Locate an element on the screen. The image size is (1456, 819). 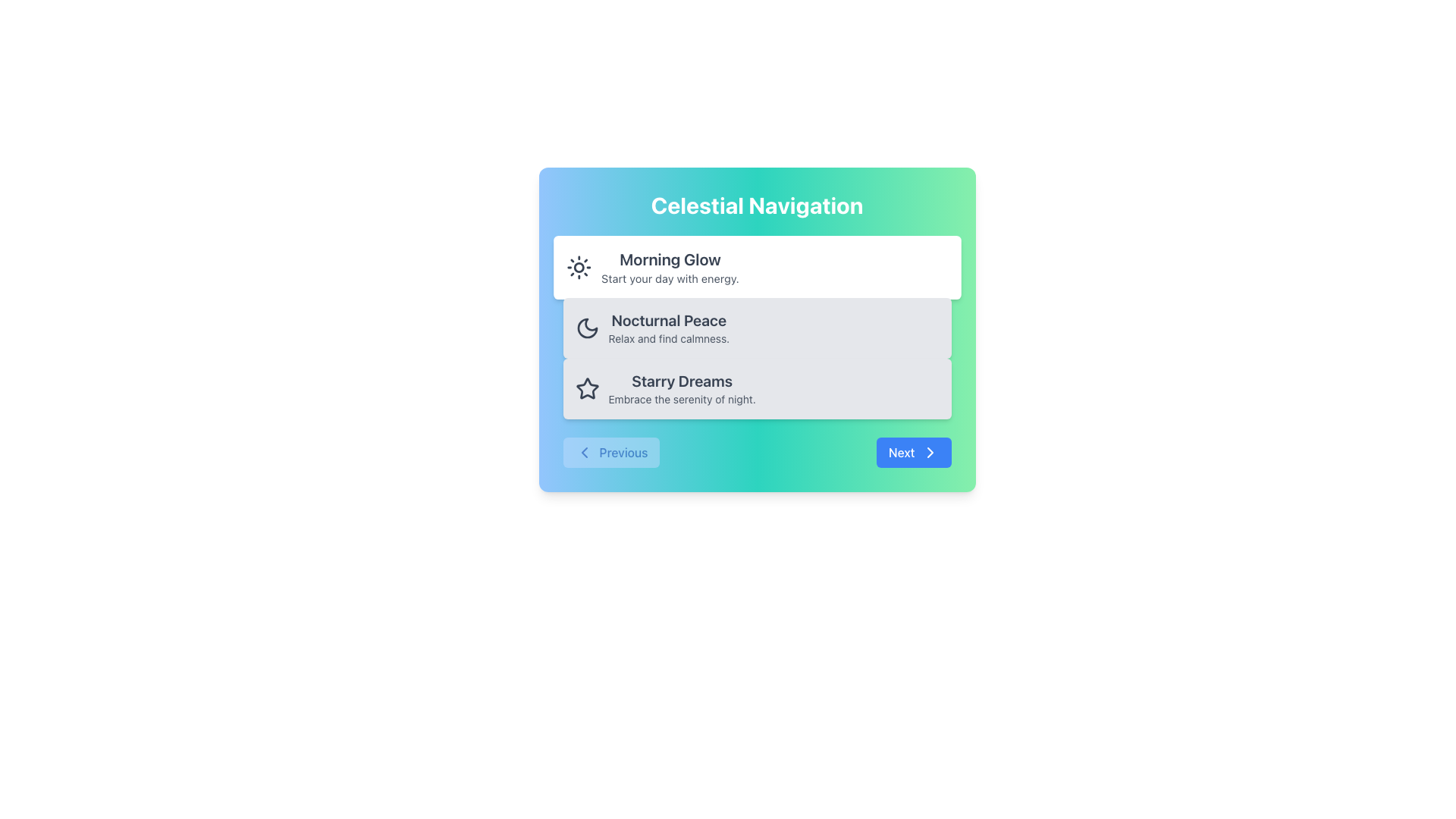
displayed text on the 'Nocturnal Peace' card, which is the second card in a vertically stacked list of three, located on a gradient blue-green background is located at coordinates (668, 327).